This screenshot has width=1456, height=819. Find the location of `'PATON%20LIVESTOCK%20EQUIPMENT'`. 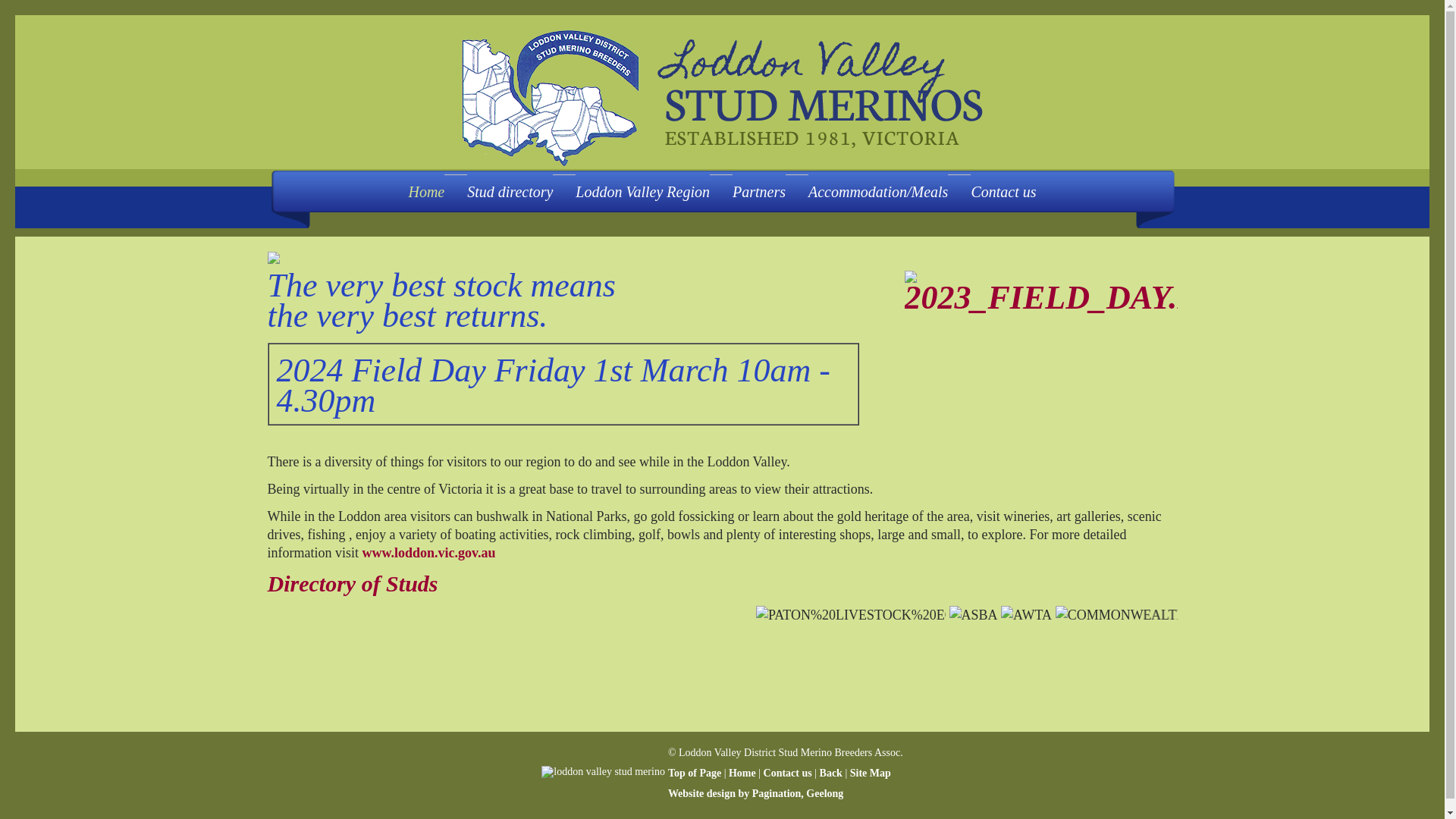

'PATON%20LIVESTOCK%20EQUIPMENT' is located at coordinates (865, 614).